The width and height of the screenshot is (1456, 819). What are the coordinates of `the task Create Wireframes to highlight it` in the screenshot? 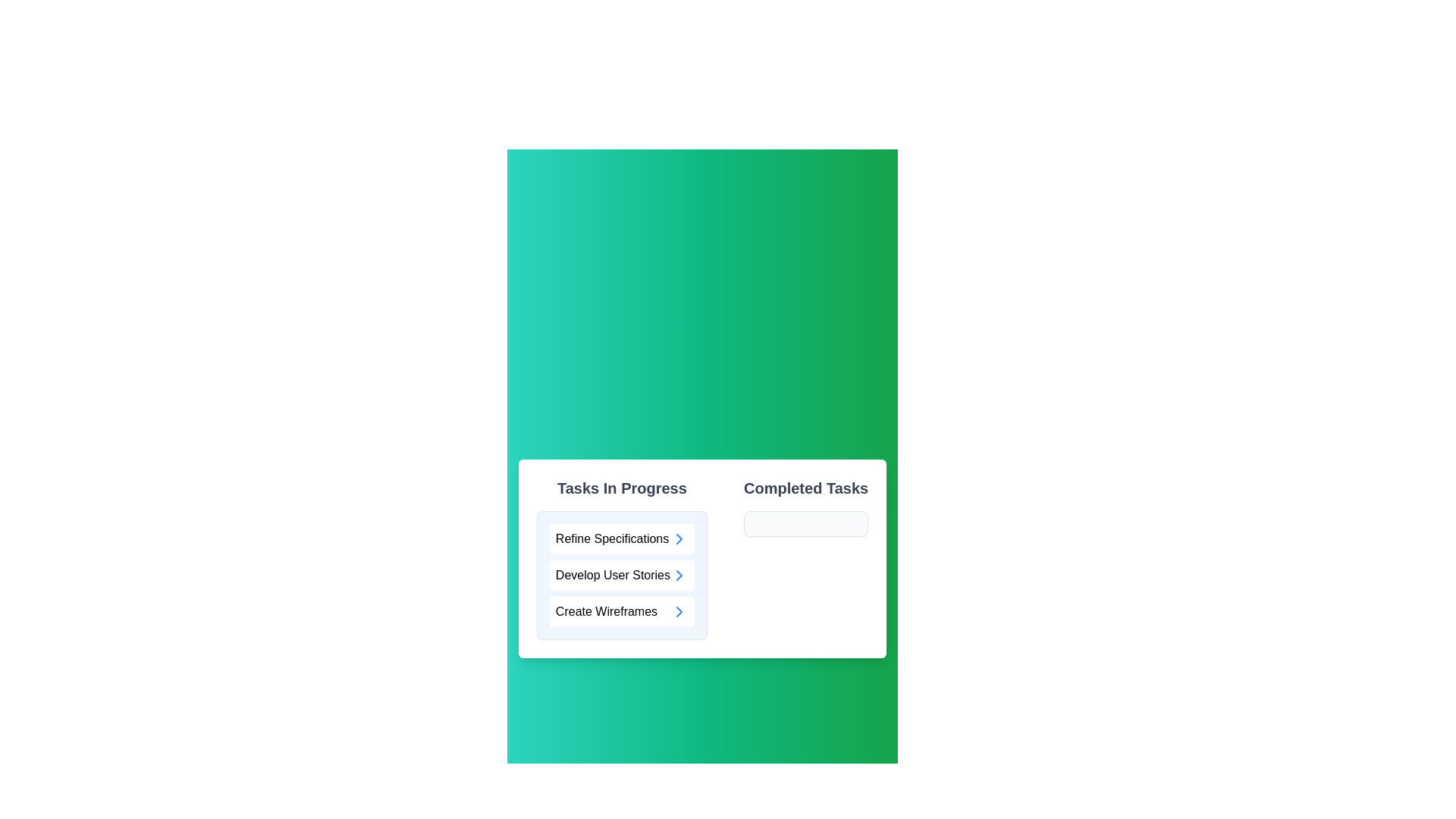 It's located at (622, 610).